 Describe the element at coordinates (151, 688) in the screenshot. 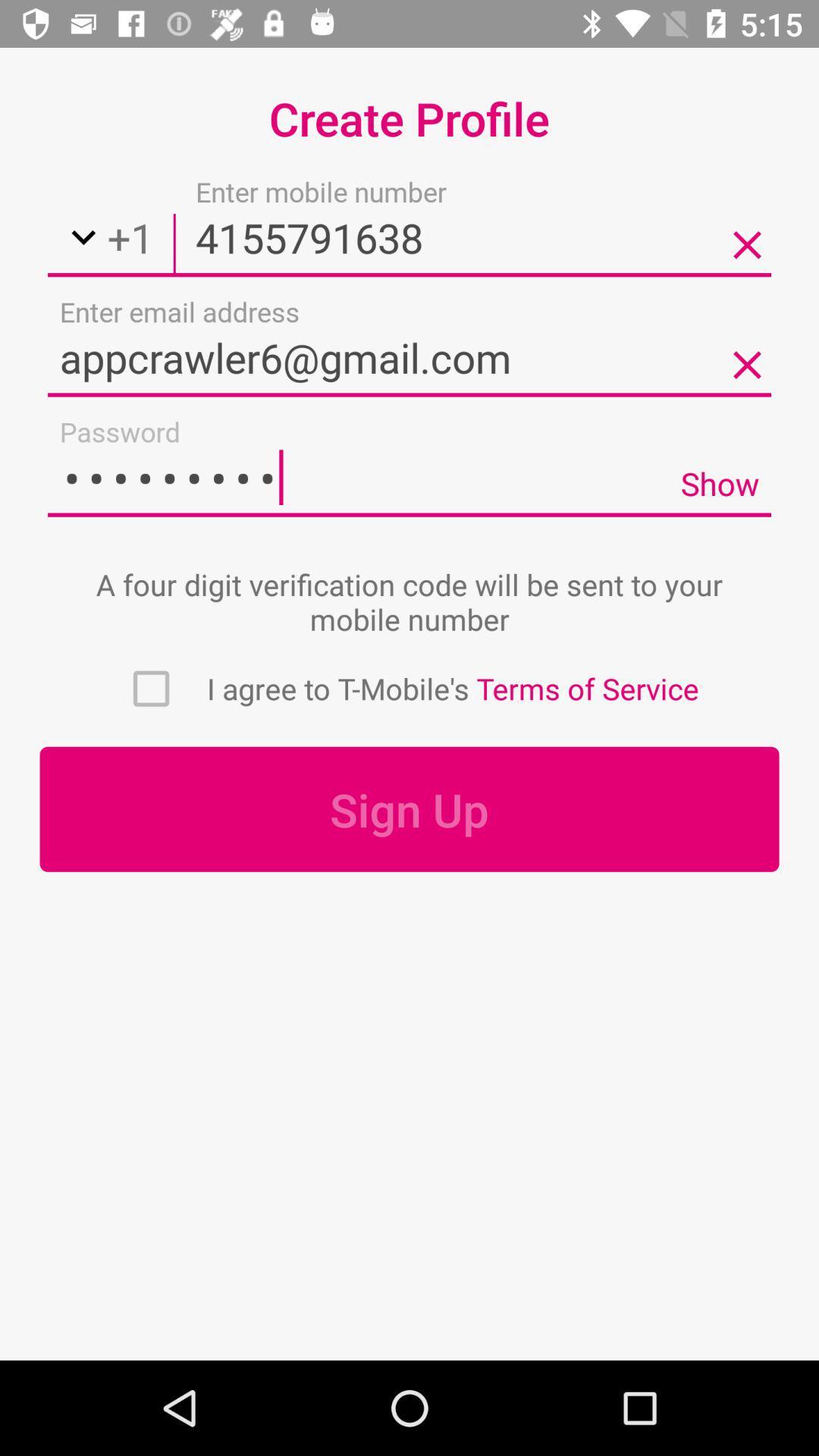

I see `checkbox` at that location.